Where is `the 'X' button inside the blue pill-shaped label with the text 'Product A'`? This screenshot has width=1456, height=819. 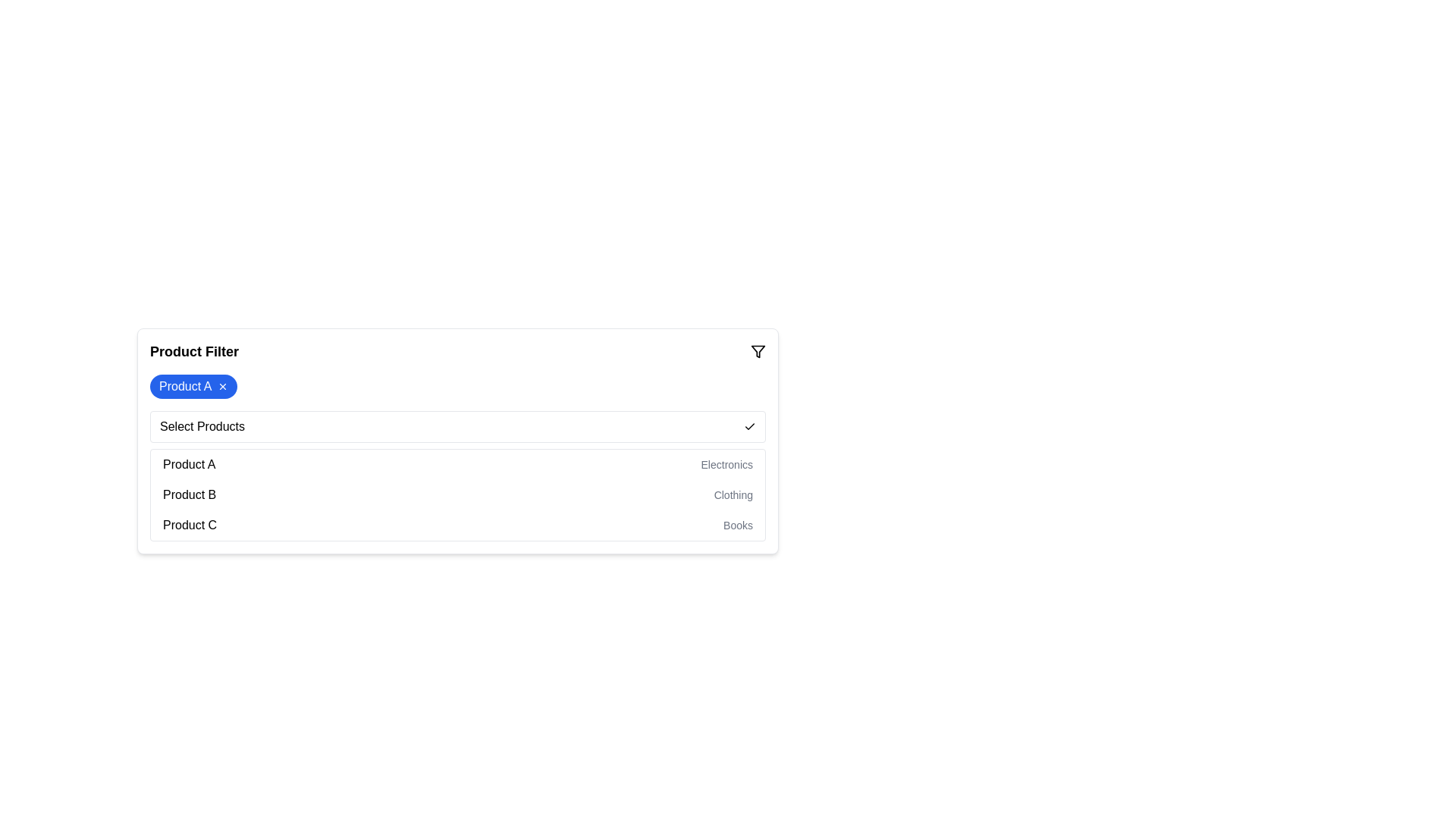
the 'X' button inside the blue pill-shaped label with the text 'Product A' is located at coordinates (222, 385).